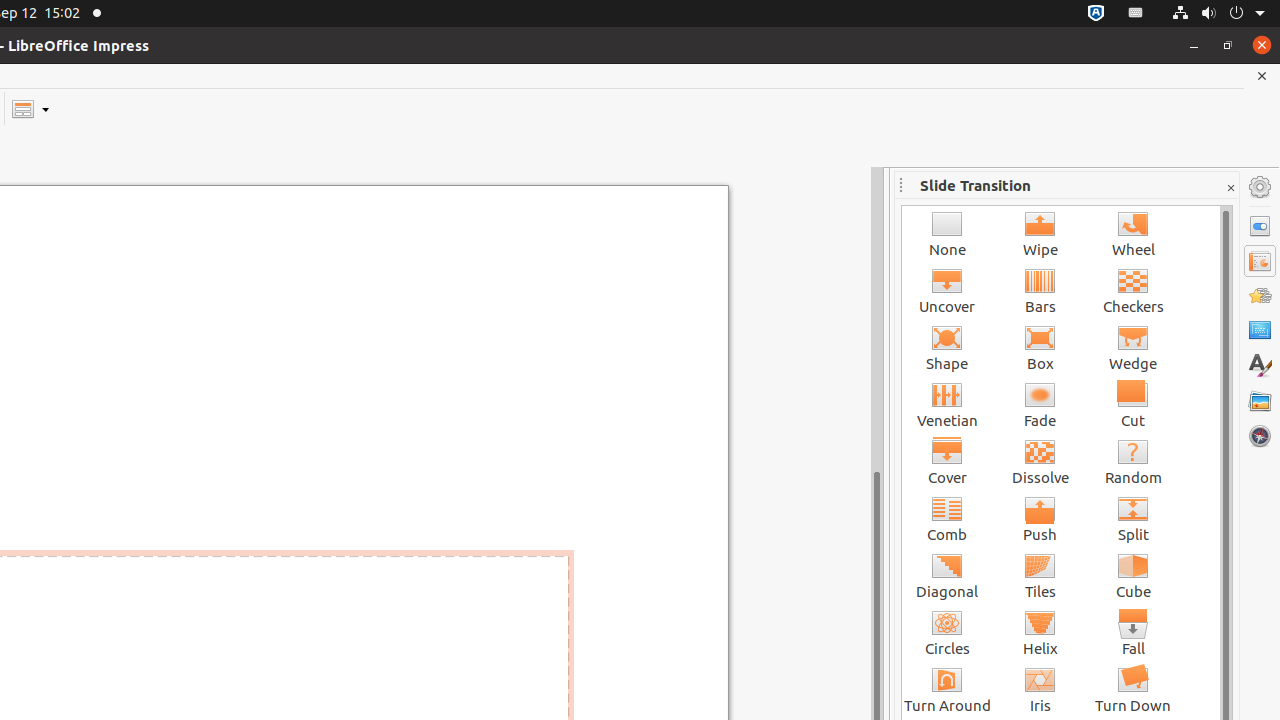 This screenshot has height=720, width=1280. What do you see at coordinates (946, 290) in the screenshot?
I see `'Uncover'` at bounding box center [946, 290].